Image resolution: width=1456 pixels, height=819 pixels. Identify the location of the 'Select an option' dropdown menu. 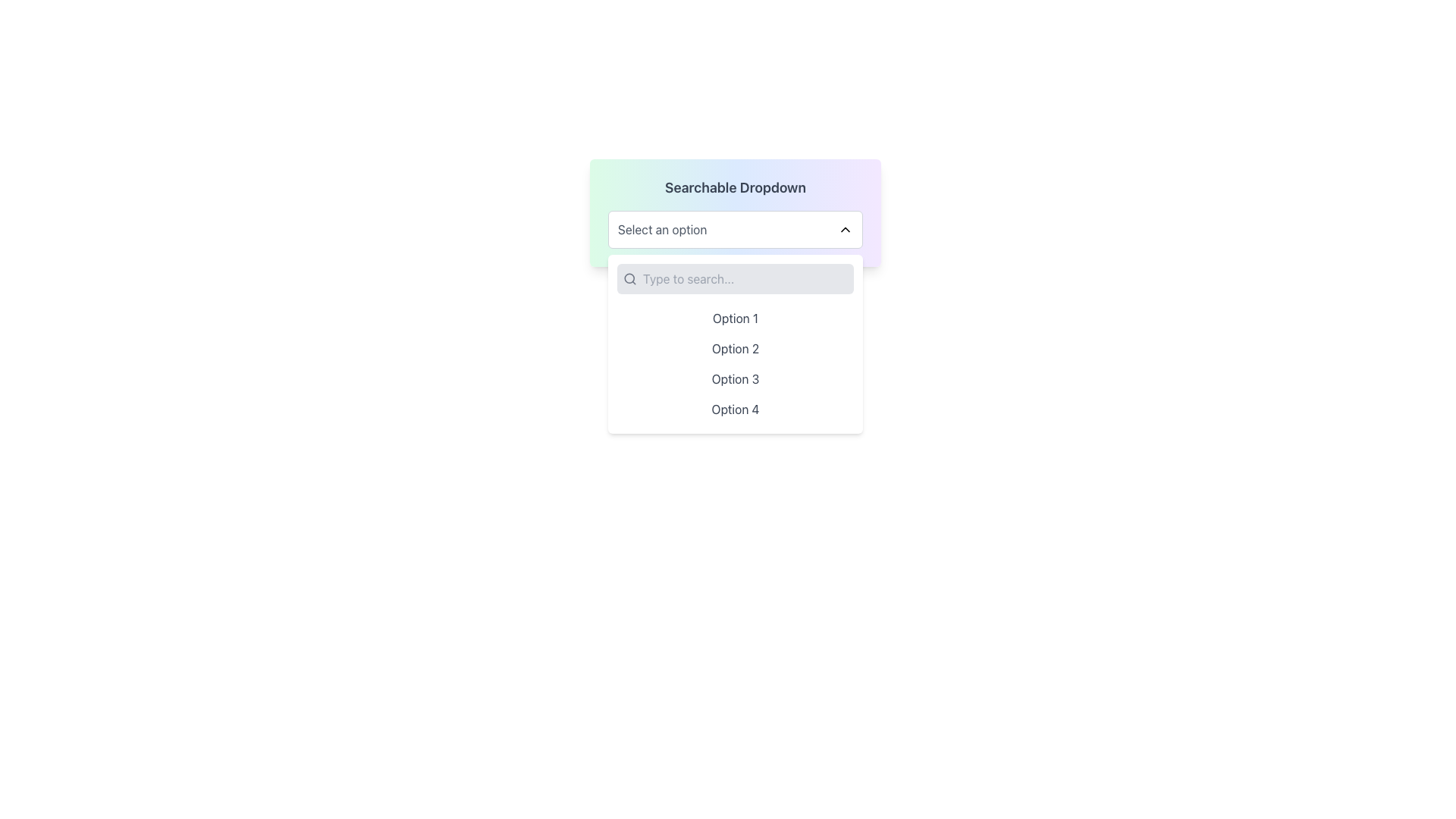
(735, 230).